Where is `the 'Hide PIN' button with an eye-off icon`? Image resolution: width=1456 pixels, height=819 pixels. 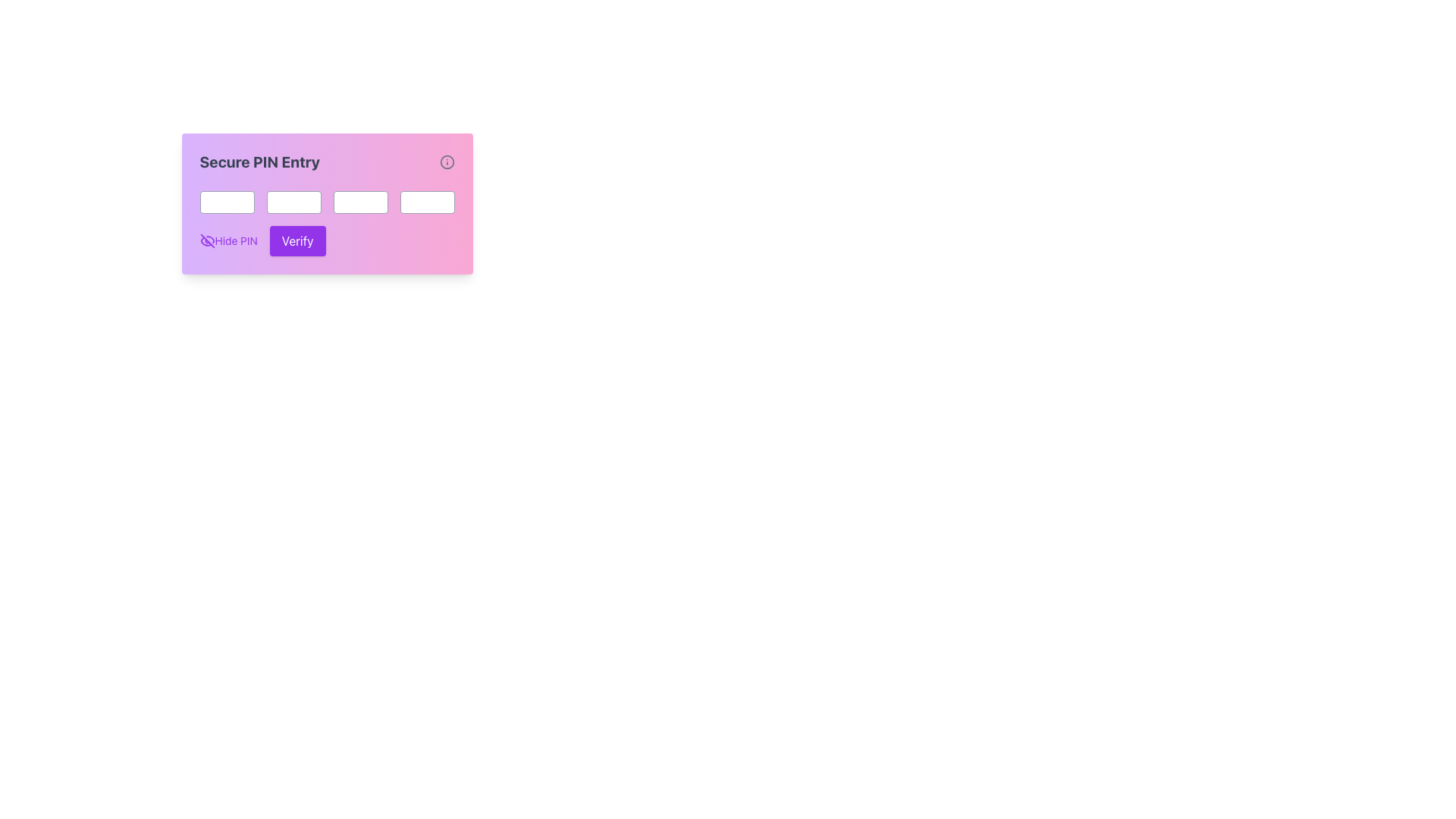 the 'Hide PIN' button with an eye-off icon is located at coordinates (227, 240).